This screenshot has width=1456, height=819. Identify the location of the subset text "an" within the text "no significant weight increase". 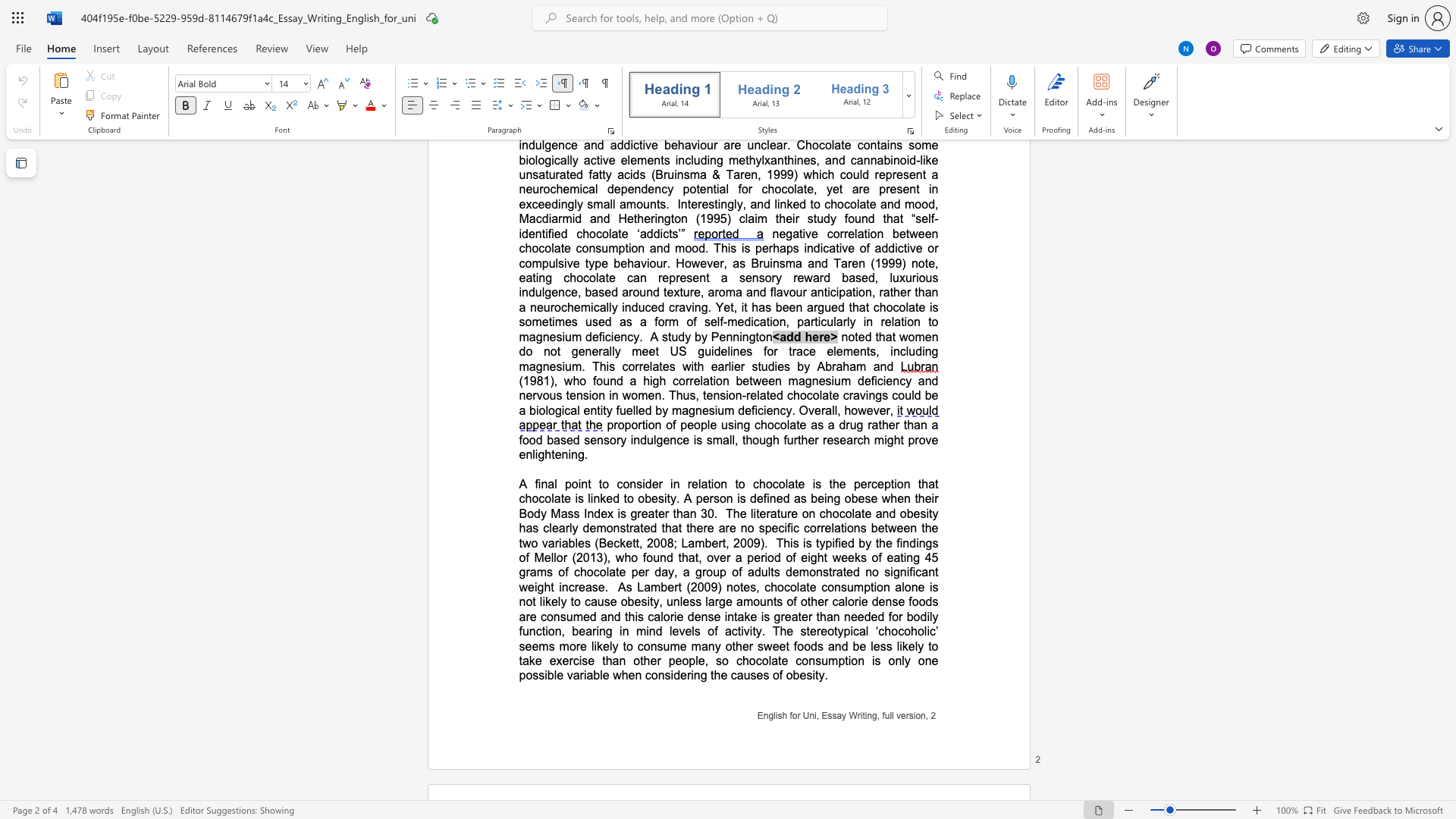
(921, 572).